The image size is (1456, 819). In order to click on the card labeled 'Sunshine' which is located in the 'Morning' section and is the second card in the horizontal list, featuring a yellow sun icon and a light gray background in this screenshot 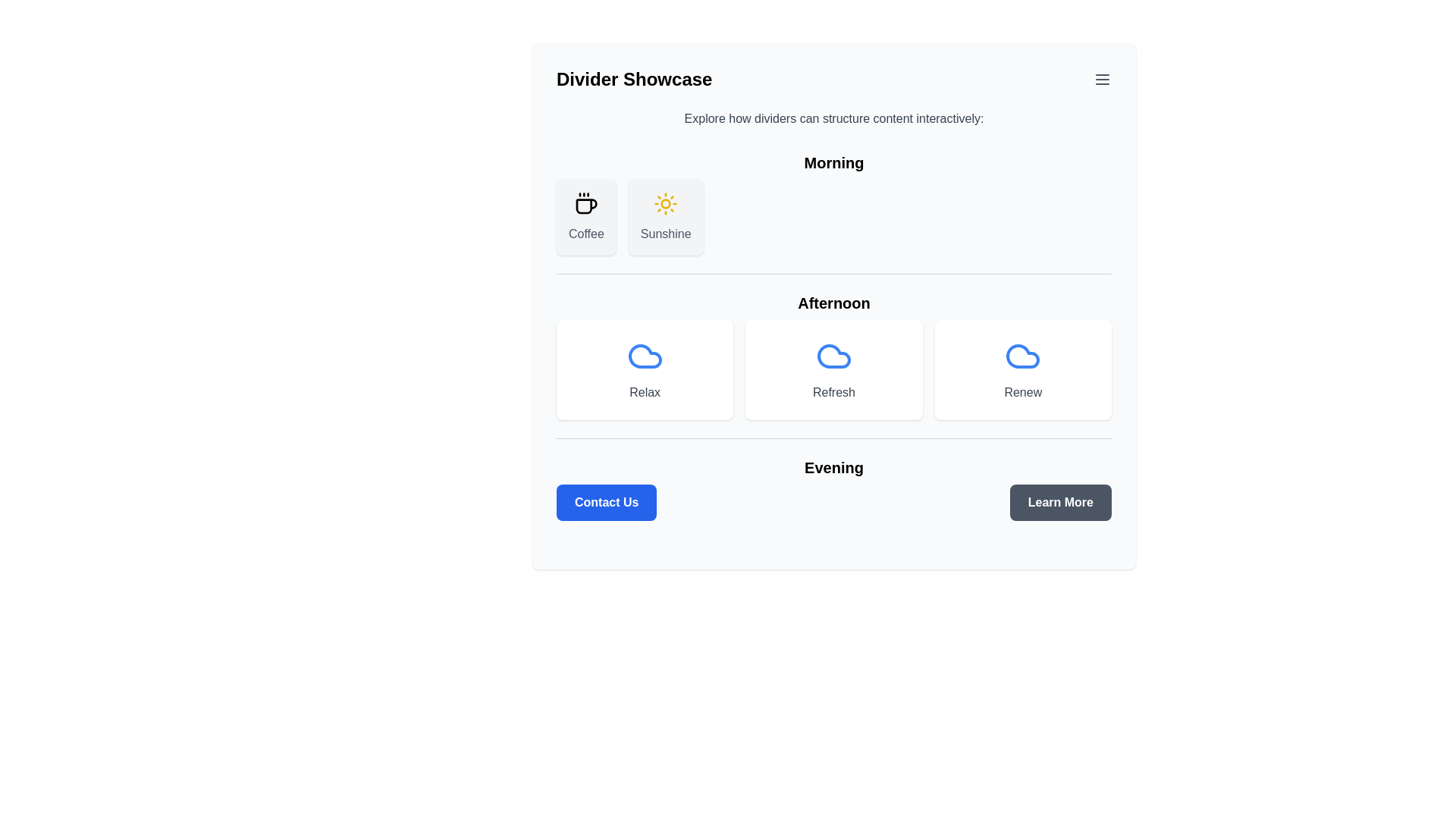, I will do `click(666, 217)`.